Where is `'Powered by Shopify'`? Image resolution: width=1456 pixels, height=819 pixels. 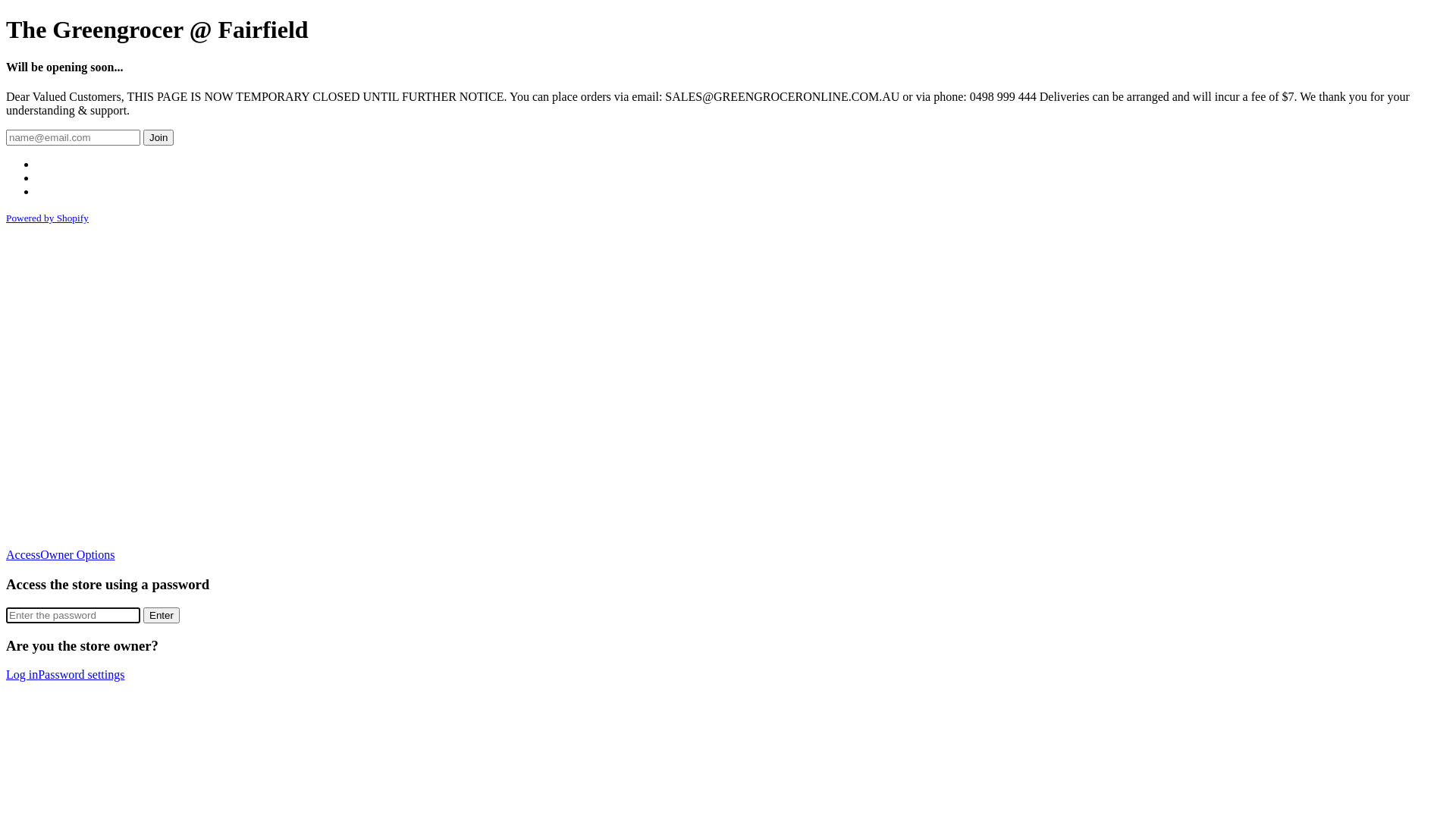
'Powered by Shopify' is located at coordinates (47, 218).